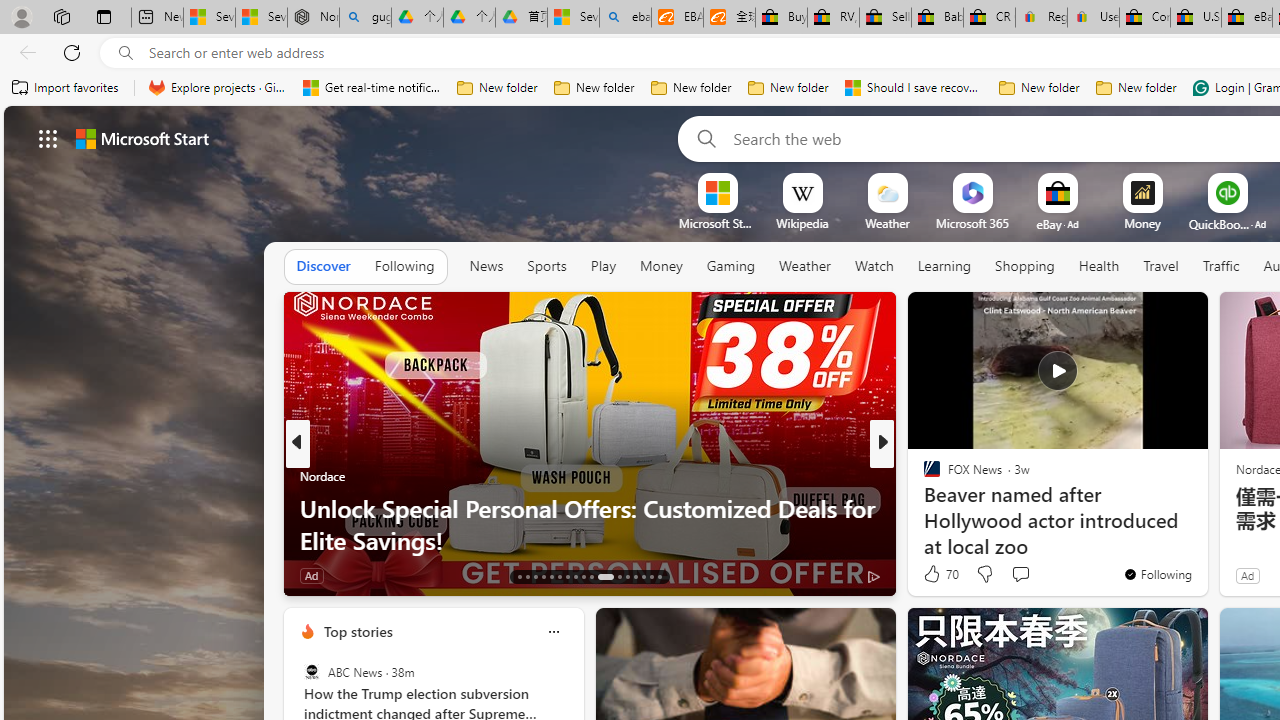  I want to click on 'Register: Create a personal eBay account', so click(1040, 17).